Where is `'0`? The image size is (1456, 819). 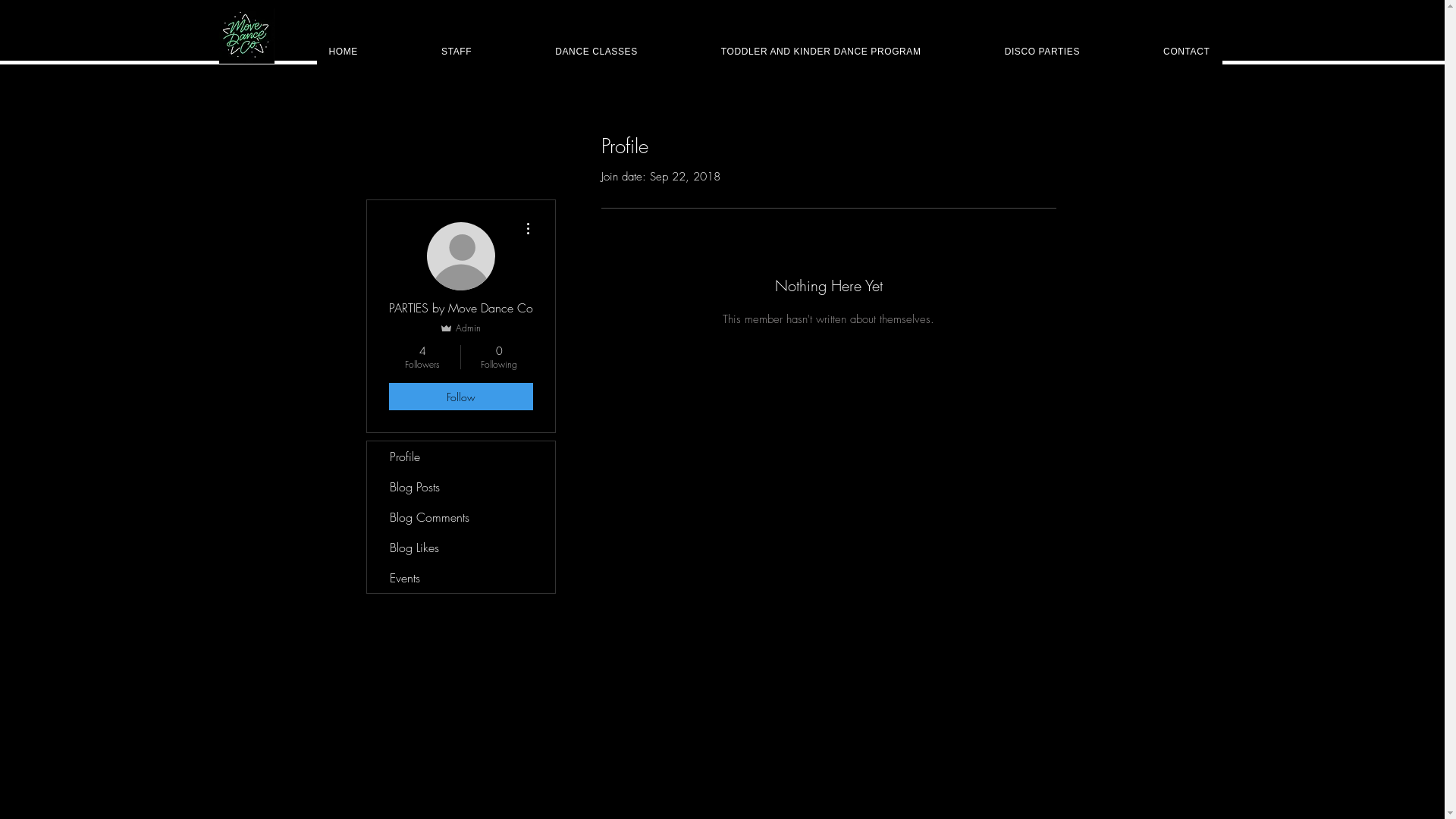
'0 is located at coordinates (499, 356).